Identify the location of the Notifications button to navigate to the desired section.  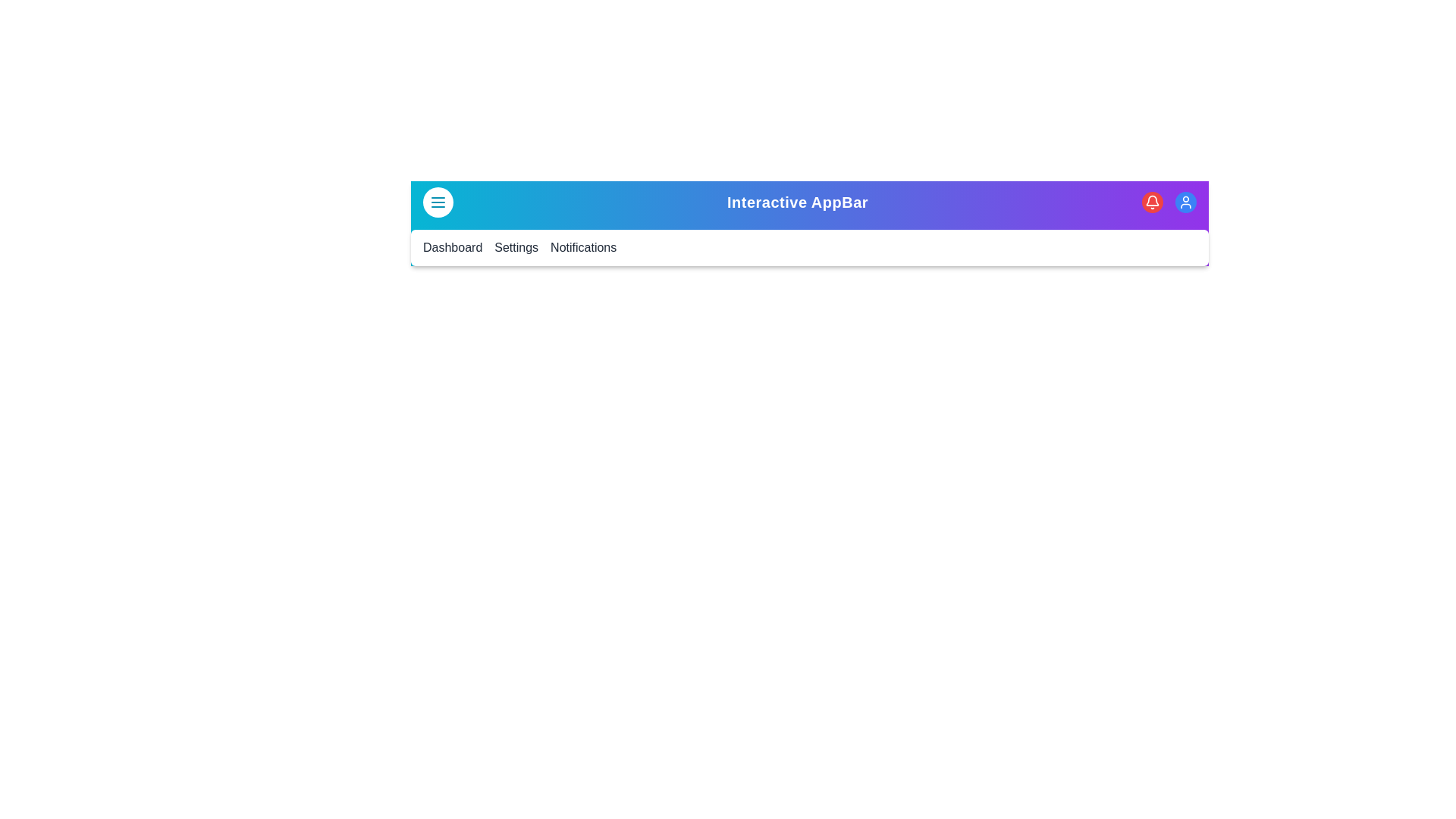
(582, 247).